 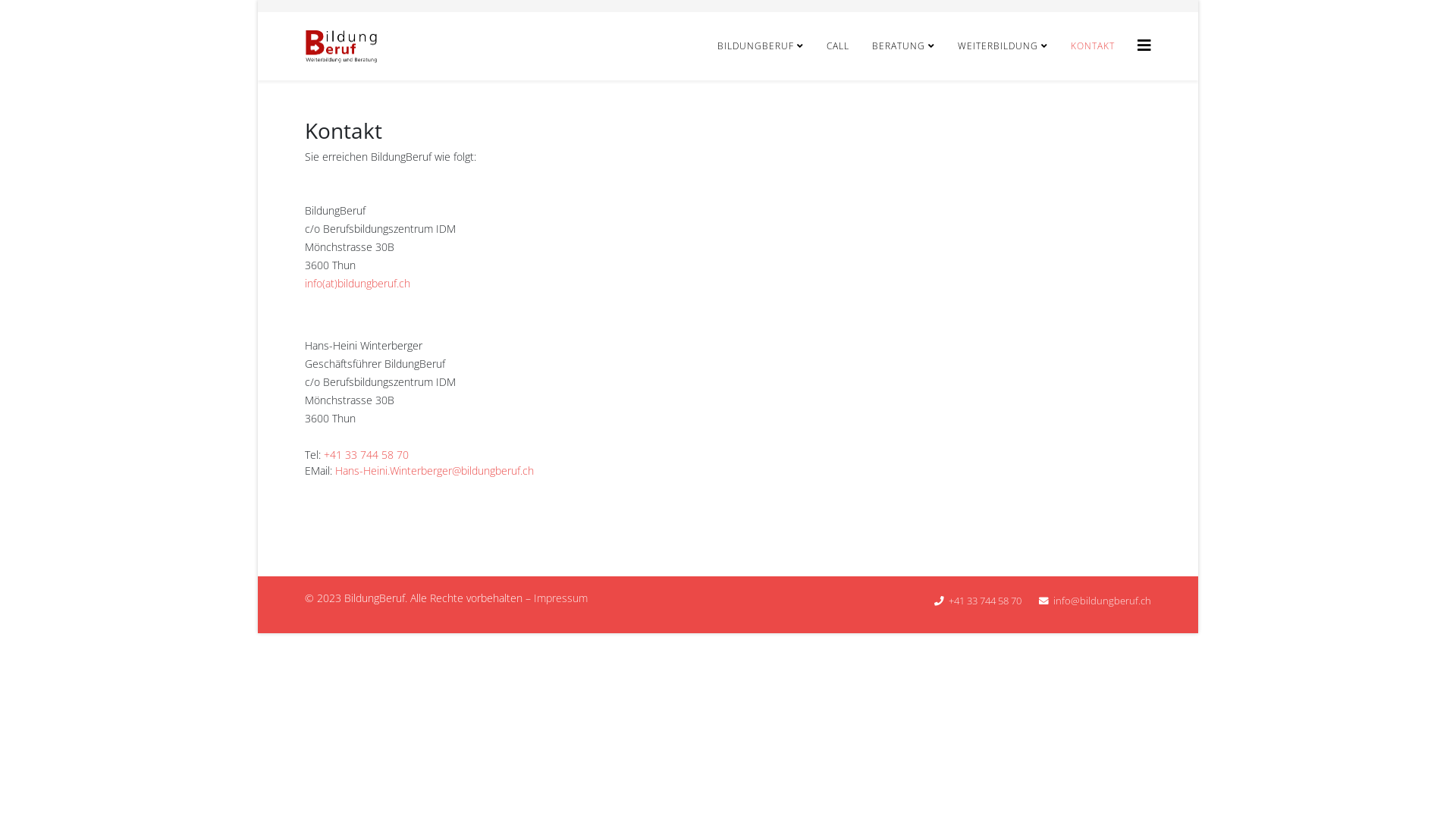 What do you see at coordinates (304, 283) in the screenshot?
I see `'info(at)bildungberuf.ch'` at bounding box center [304, 283].